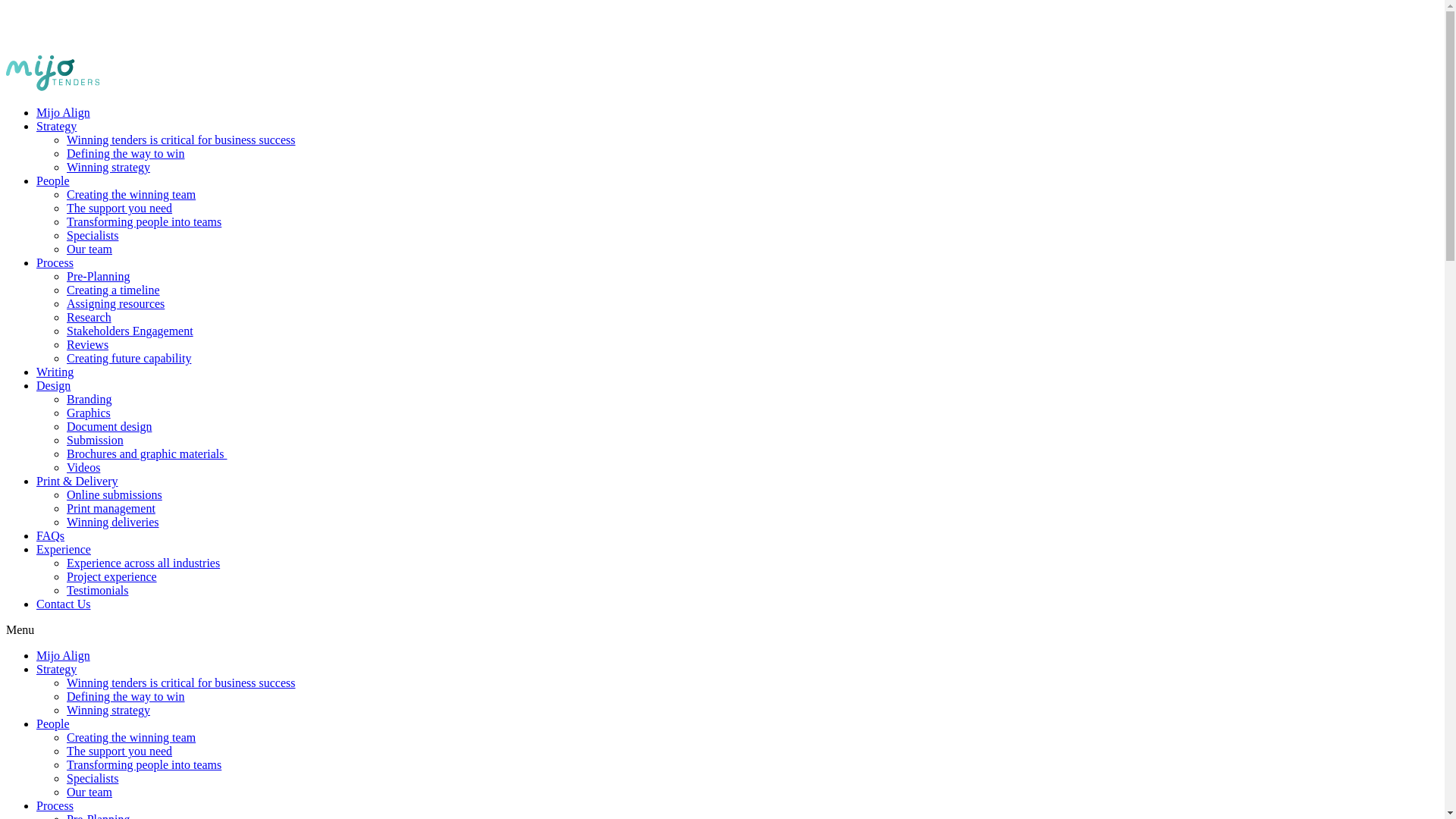 Image resolution: width=1456 pixels, height=819 pixels. What do you see at coordinates (97, 589) in the screenshot?
I see `'Testimonials'` at bounding box center [97, 589].